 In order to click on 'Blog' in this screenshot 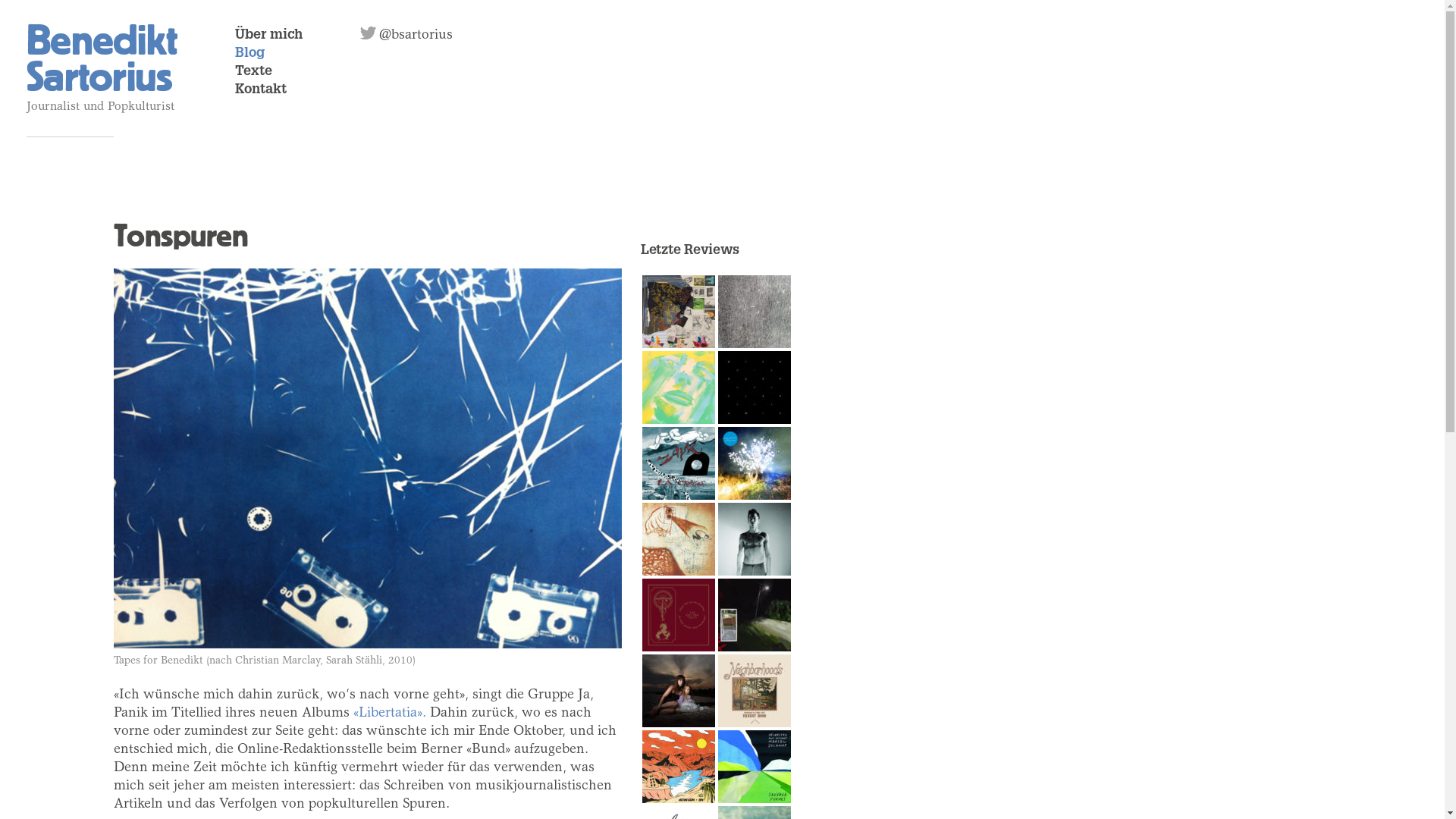, I will do `click(249, 52)`.